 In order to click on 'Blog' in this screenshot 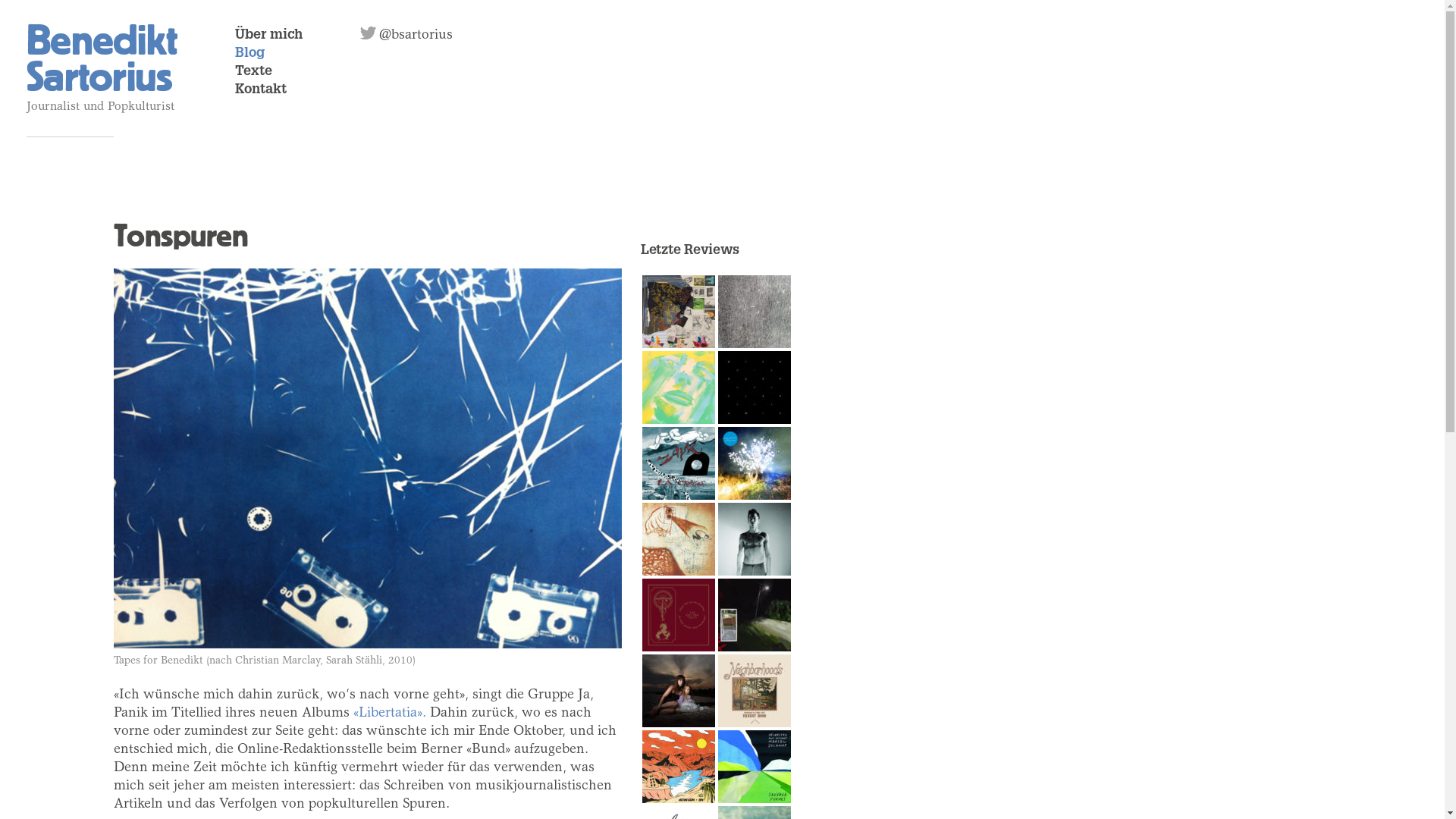, I will do `click(249, 52)`.